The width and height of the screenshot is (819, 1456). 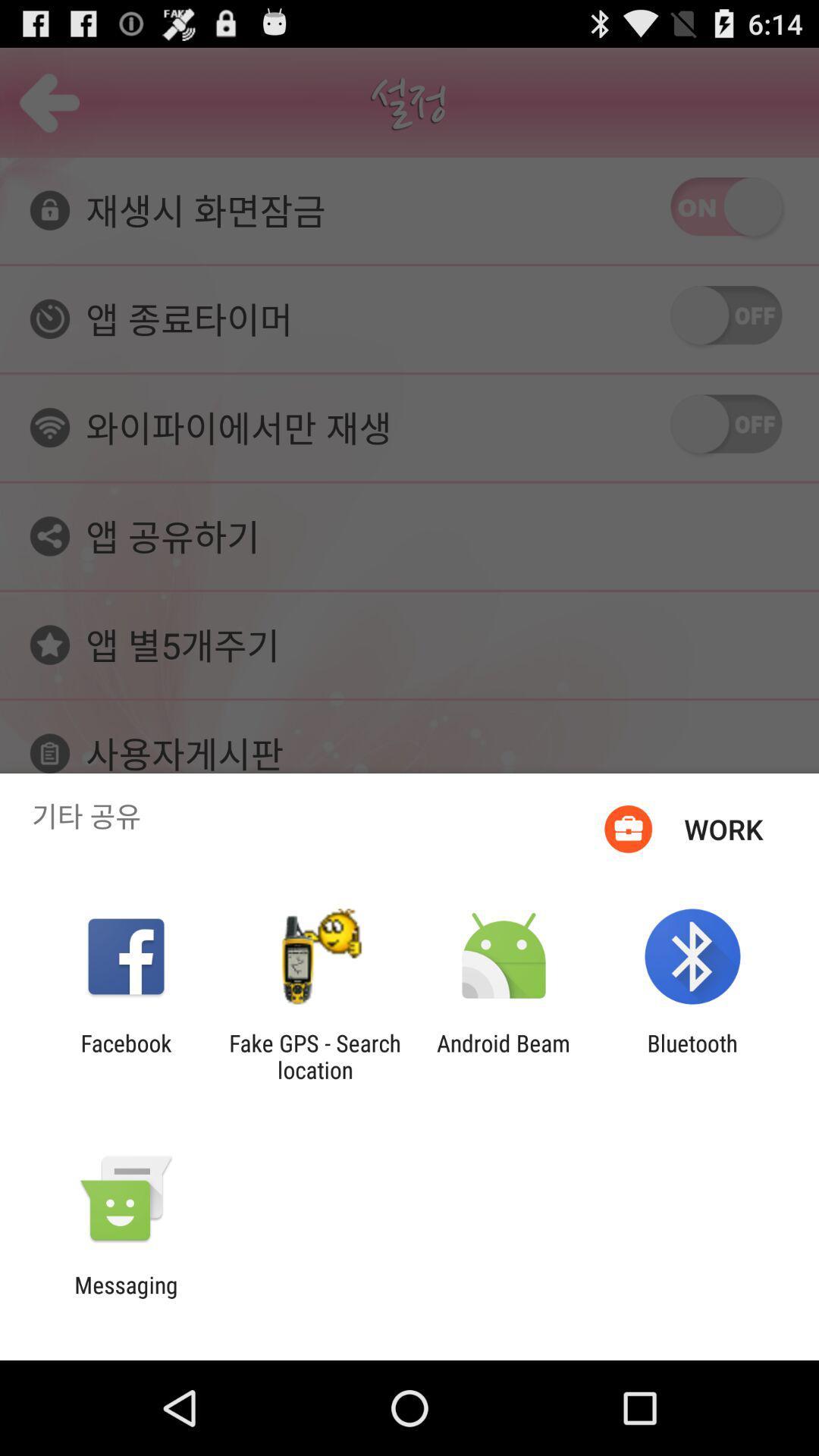 What do you see at coordinates (314, 1056) in the screenshot?
I see `fake gps search item` at bounding box center [314, 1056].